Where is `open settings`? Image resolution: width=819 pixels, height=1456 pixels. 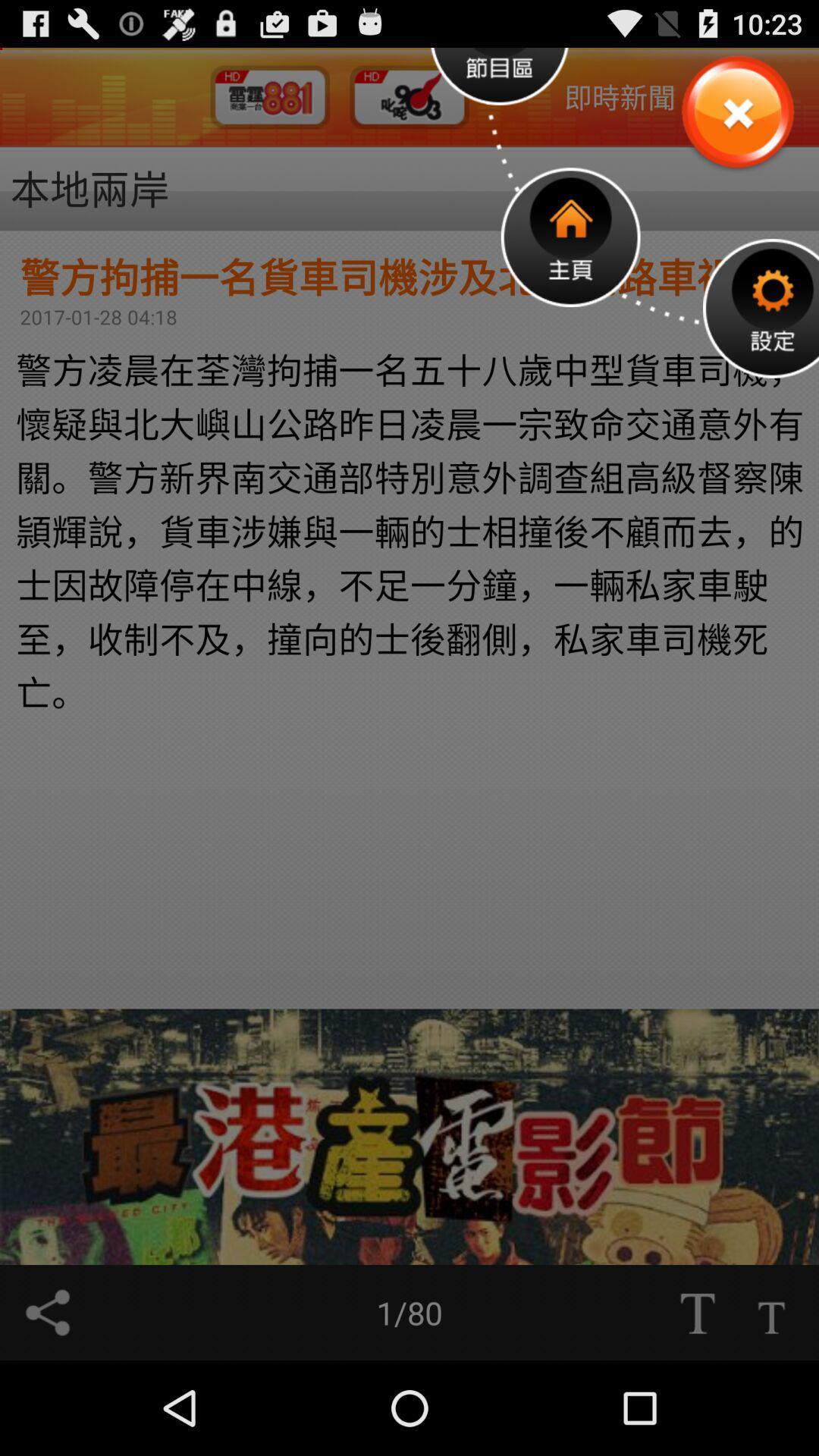
open settings is located at coordinates (761, 307).